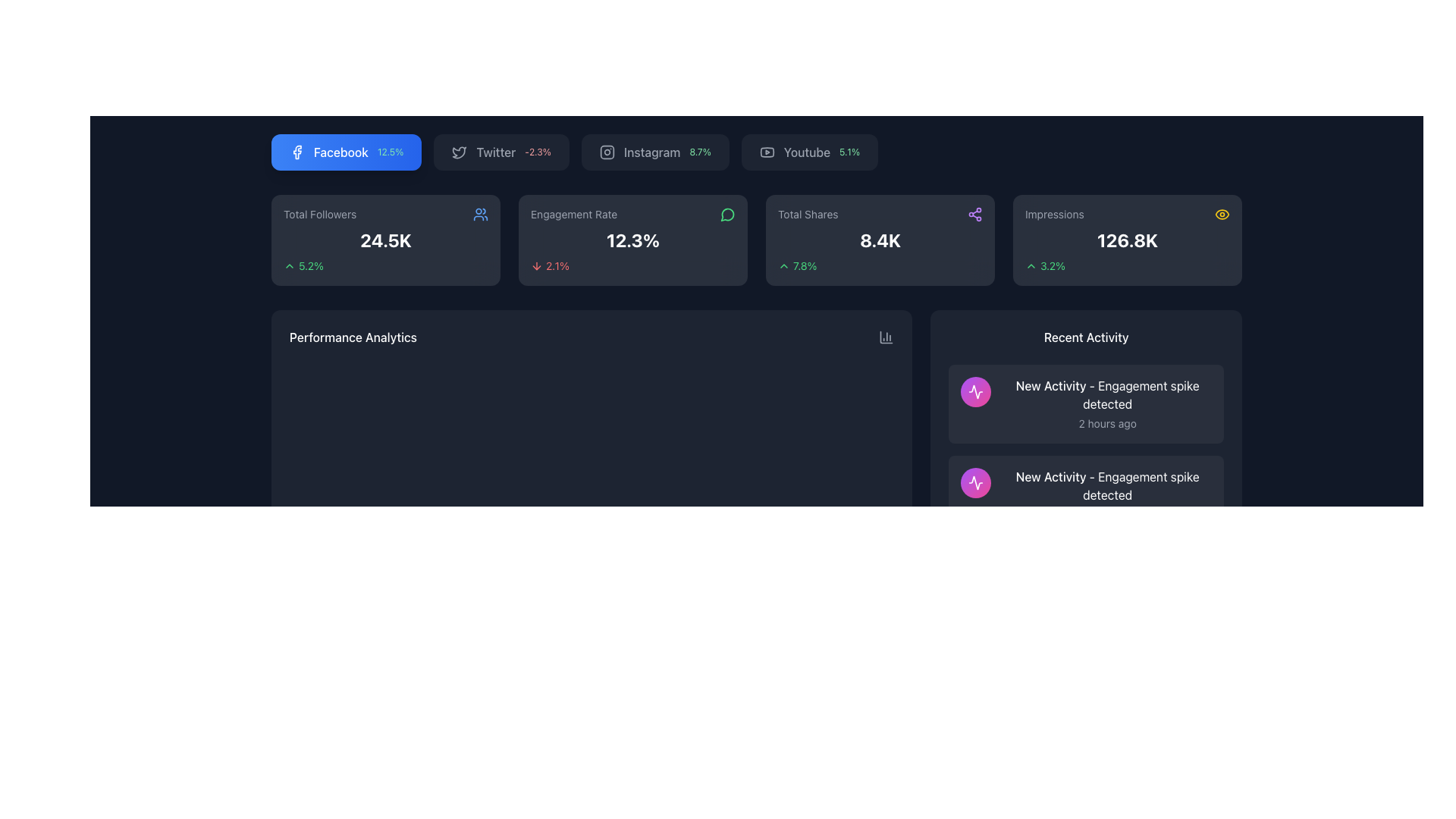 This screenshot has width=1456, height=819. What do you see at coordinates (976, 391) in the screenshot?
I see `the zigzagged waveform icon located in the 'Recent Activity' section of the lower notification card` at bounding box center [976, 391].